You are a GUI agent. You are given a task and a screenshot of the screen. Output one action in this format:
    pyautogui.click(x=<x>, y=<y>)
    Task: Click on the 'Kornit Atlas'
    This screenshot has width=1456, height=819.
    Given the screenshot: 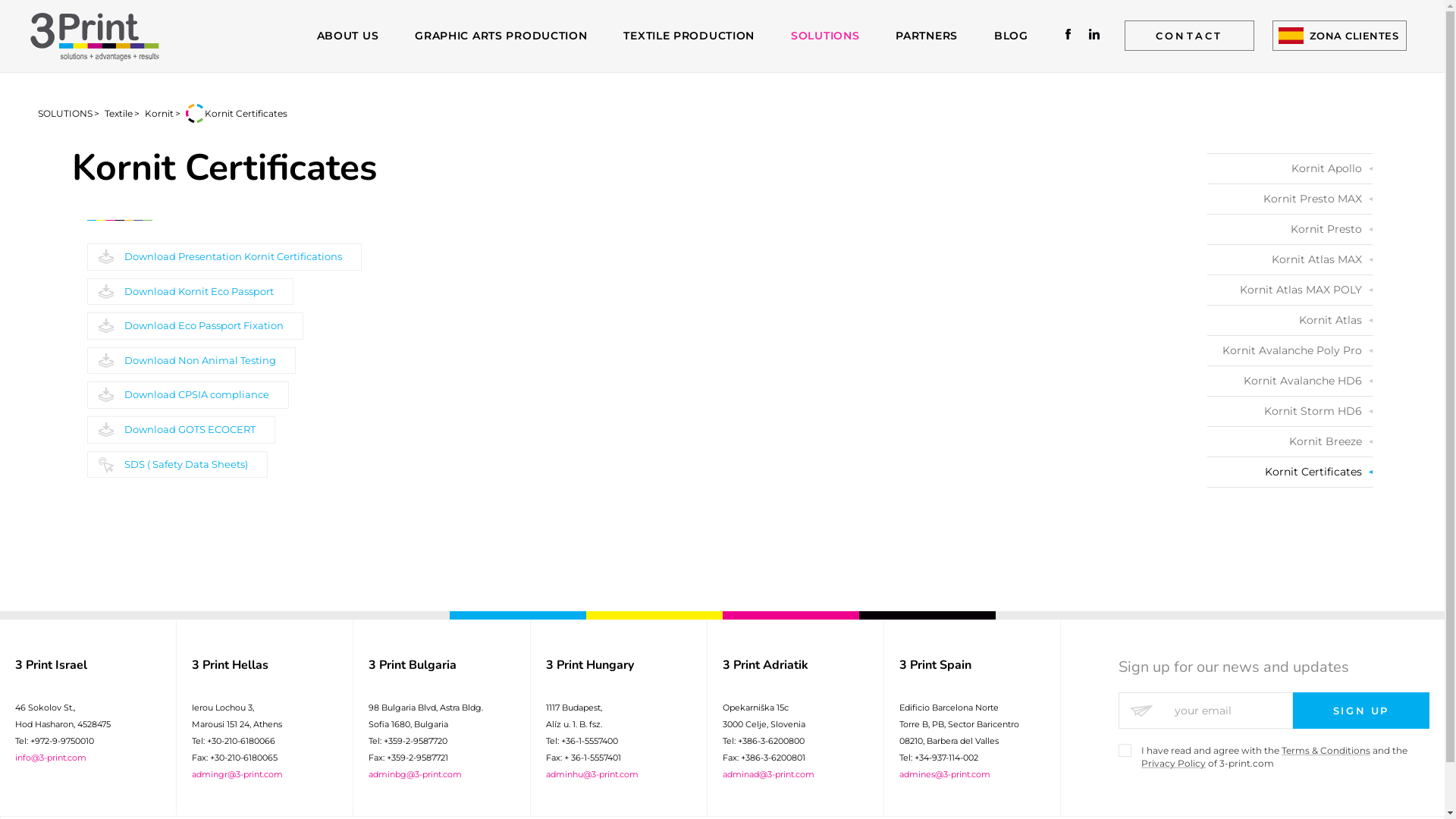 What is the action you would take?
    pyautogui.click(x=1207, y=319)
    